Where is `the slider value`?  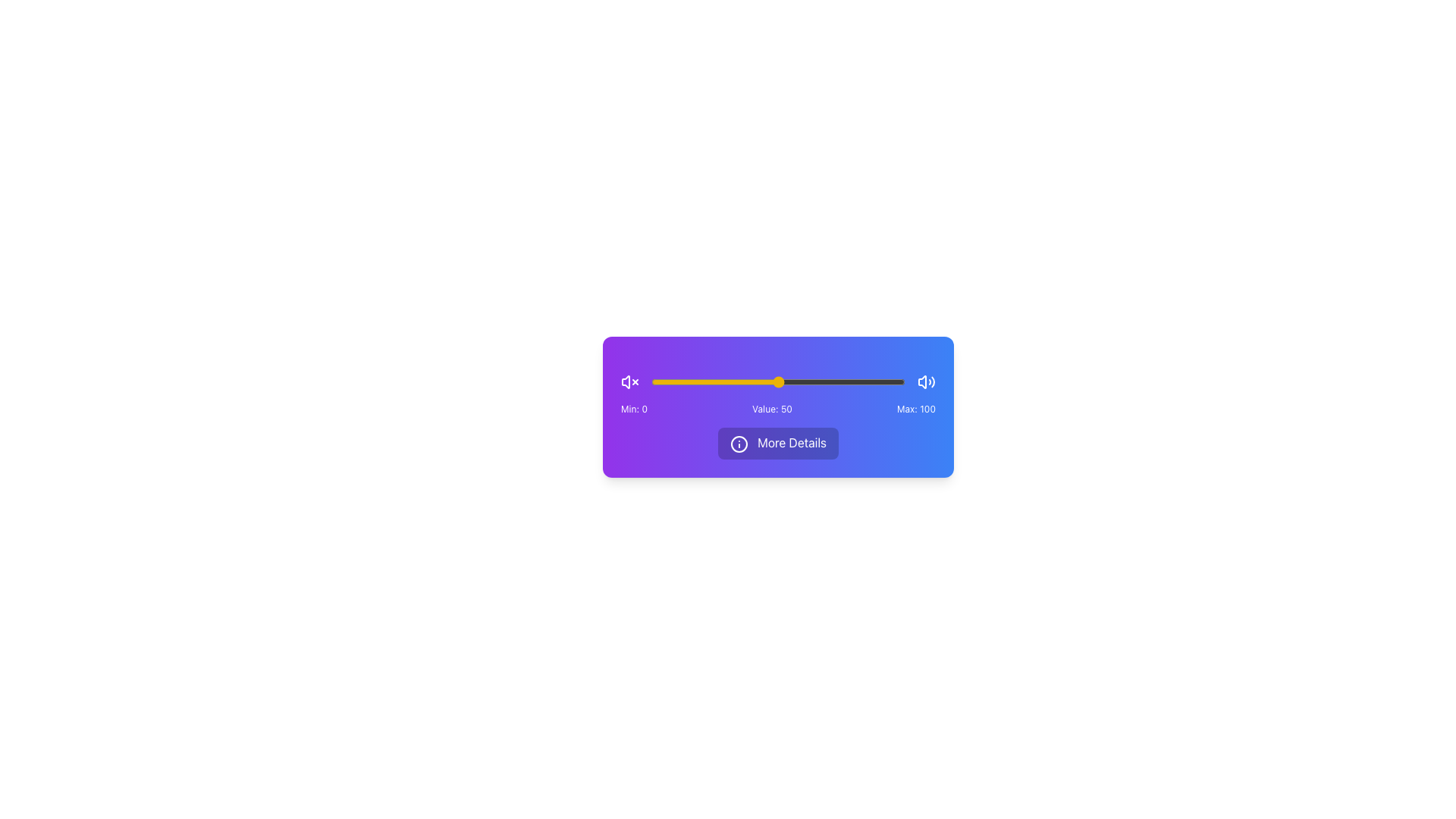
the slider value is located at coordinates (673, 381).